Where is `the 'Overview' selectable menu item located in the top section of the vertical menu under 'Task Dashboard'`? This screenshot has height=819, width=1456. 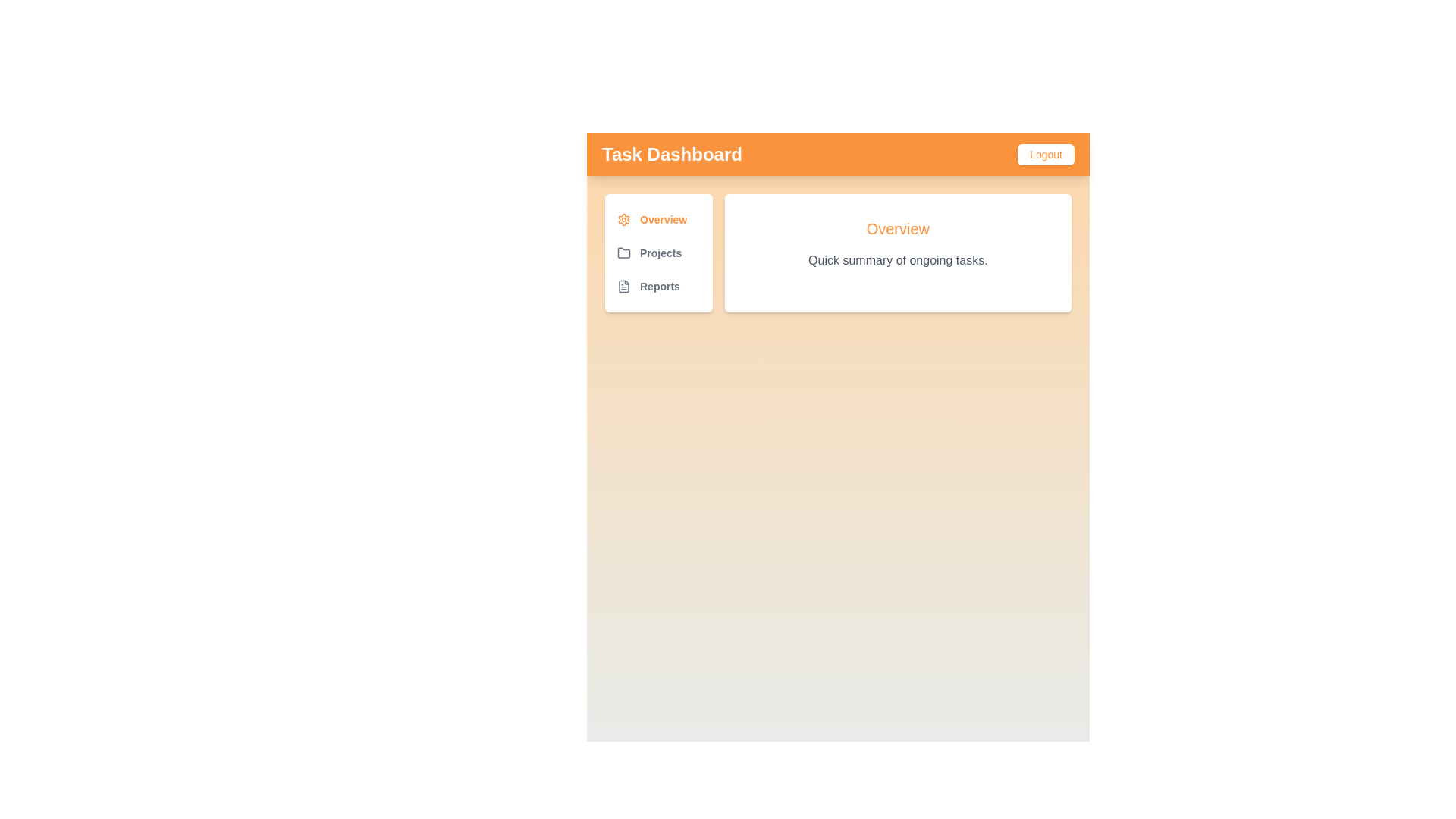
the 'Overview' selectable menu item located in the top section of the vertical menu under 'Task Dashboard' is located at coordinates (658, 219).